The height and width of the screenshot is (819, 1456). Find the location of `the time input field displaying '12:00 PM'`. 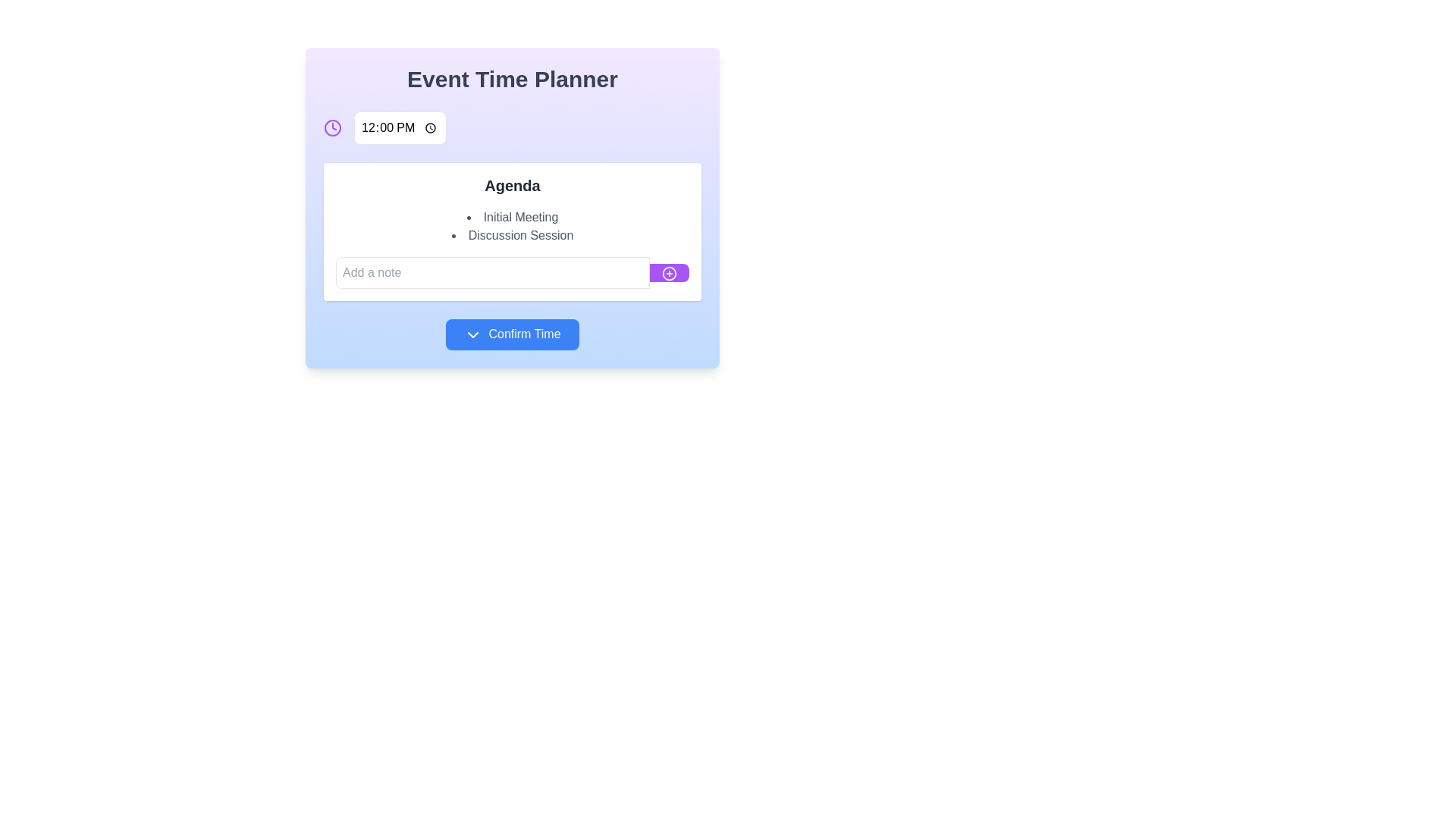

the time input field displaying '12:00 PM' is located at coordinates (400, 127).